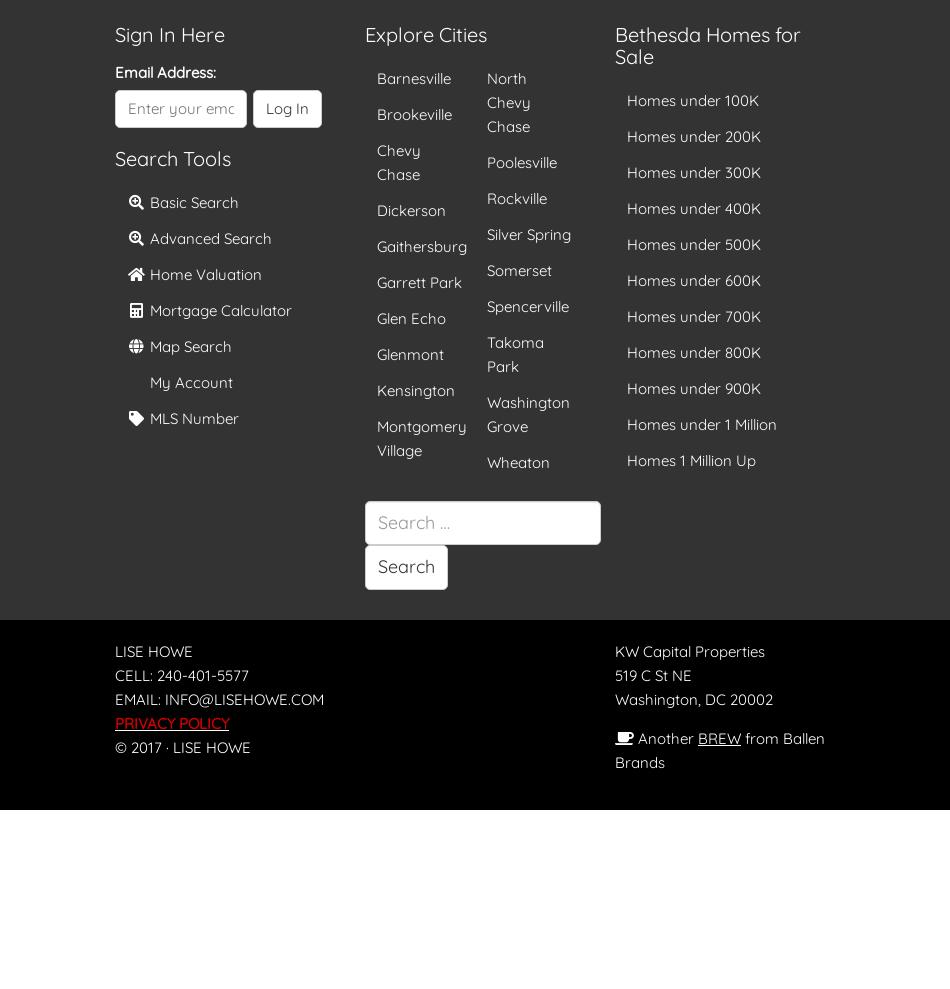  Describe the element at coordinates (115, 697) in the screenshot. I see `'EMAIL: INFO@LISEHOWE.COM'` at that location.